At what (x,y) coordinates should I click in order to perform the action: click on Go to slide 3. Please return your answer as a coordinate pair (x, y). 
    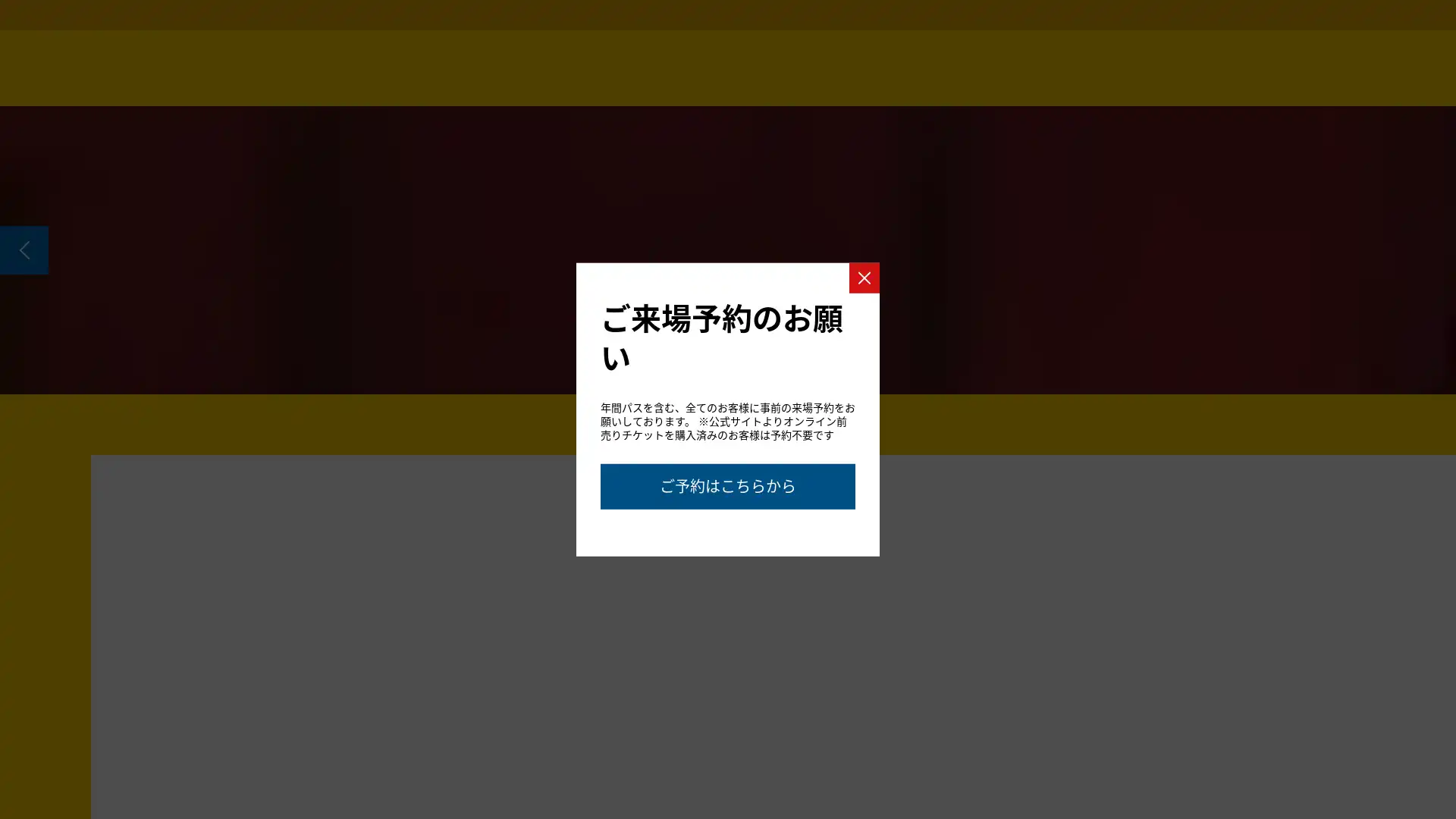
    Looking at the image, I should click on (745, 587).